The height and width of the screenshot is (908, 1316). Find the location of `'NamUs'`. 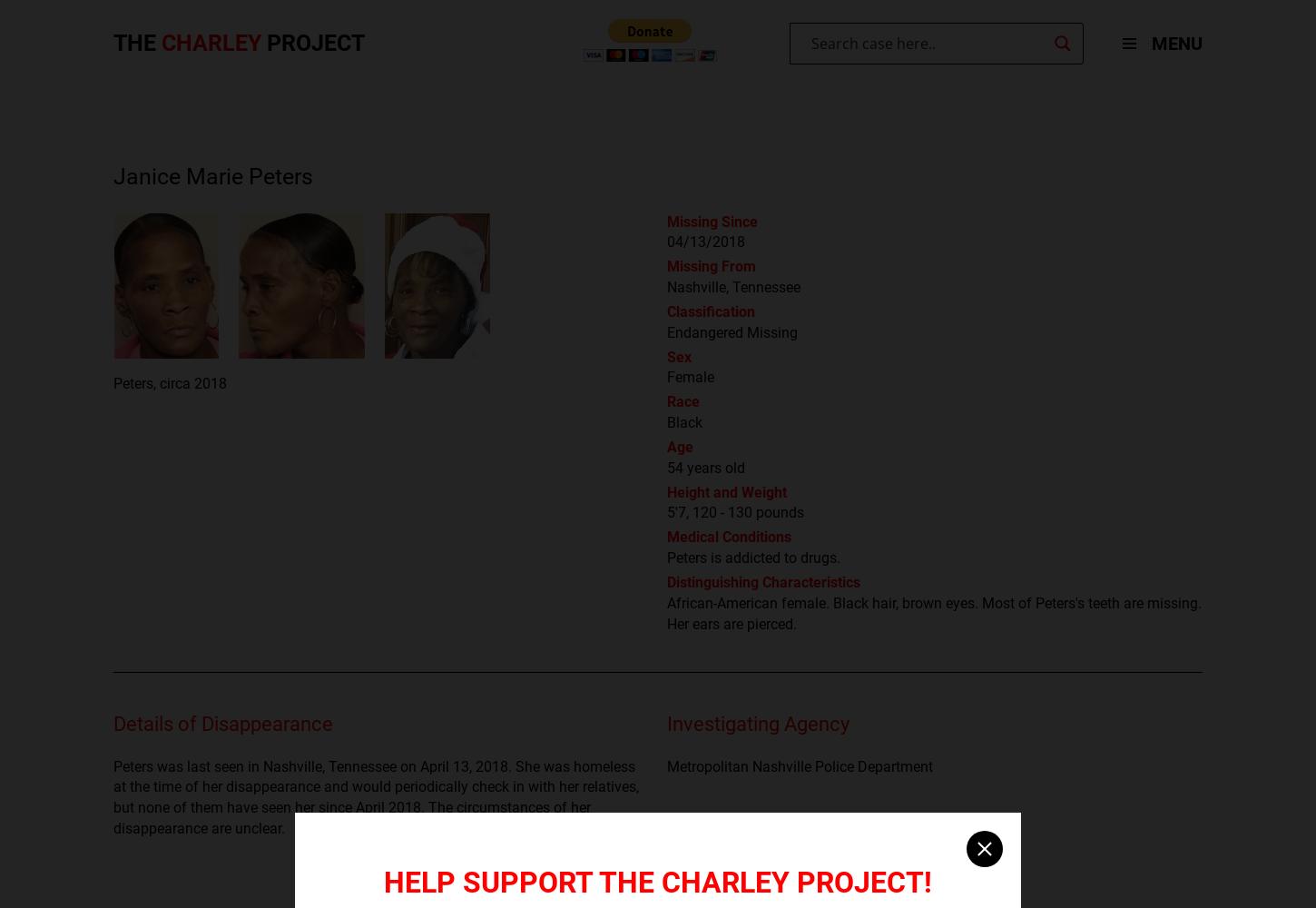

'NamUs' is located at coordinates (690, 870).